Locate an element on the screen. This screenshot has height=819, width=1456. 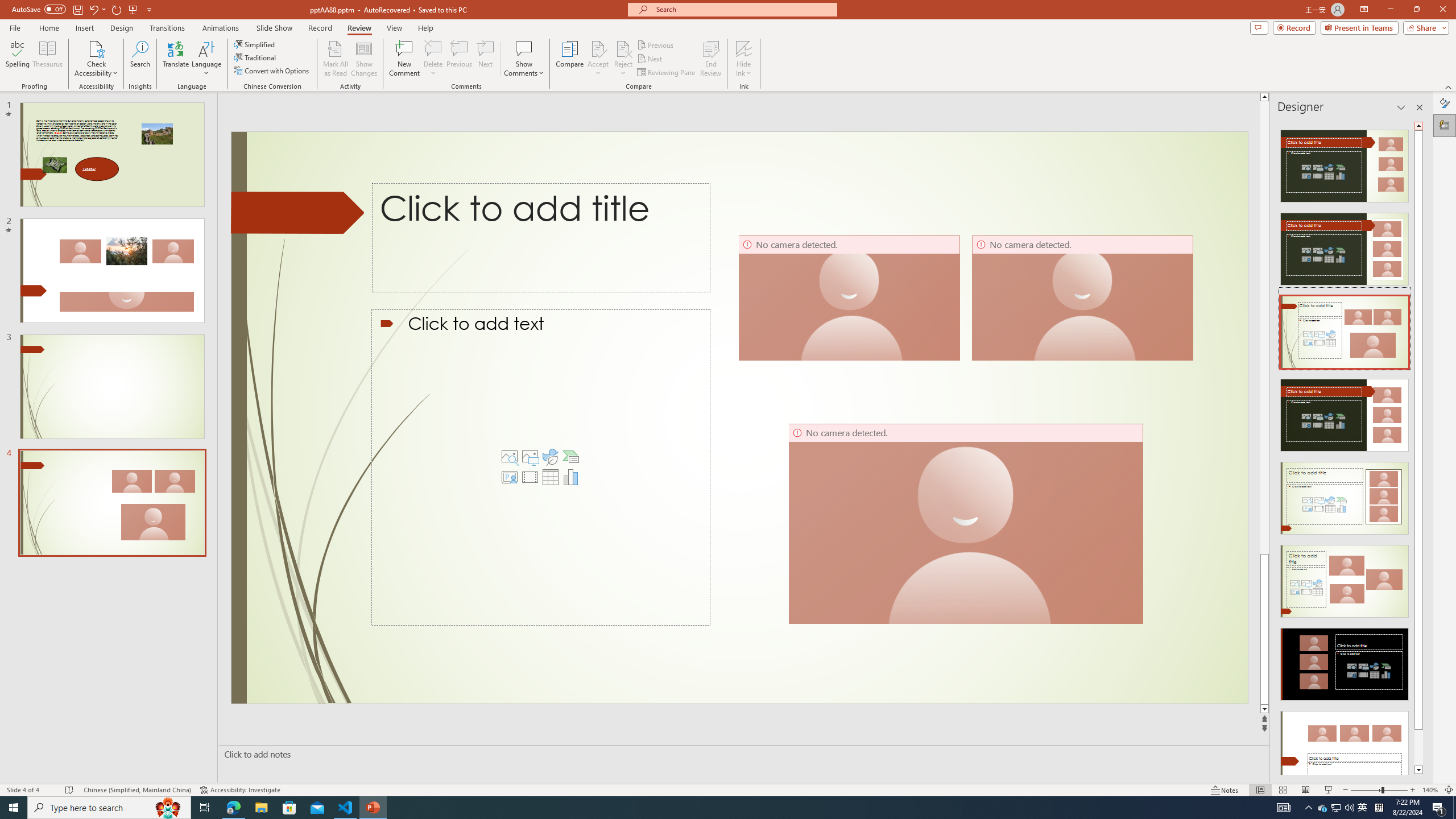
'Format Background' is located at coordinates (1444, 102).